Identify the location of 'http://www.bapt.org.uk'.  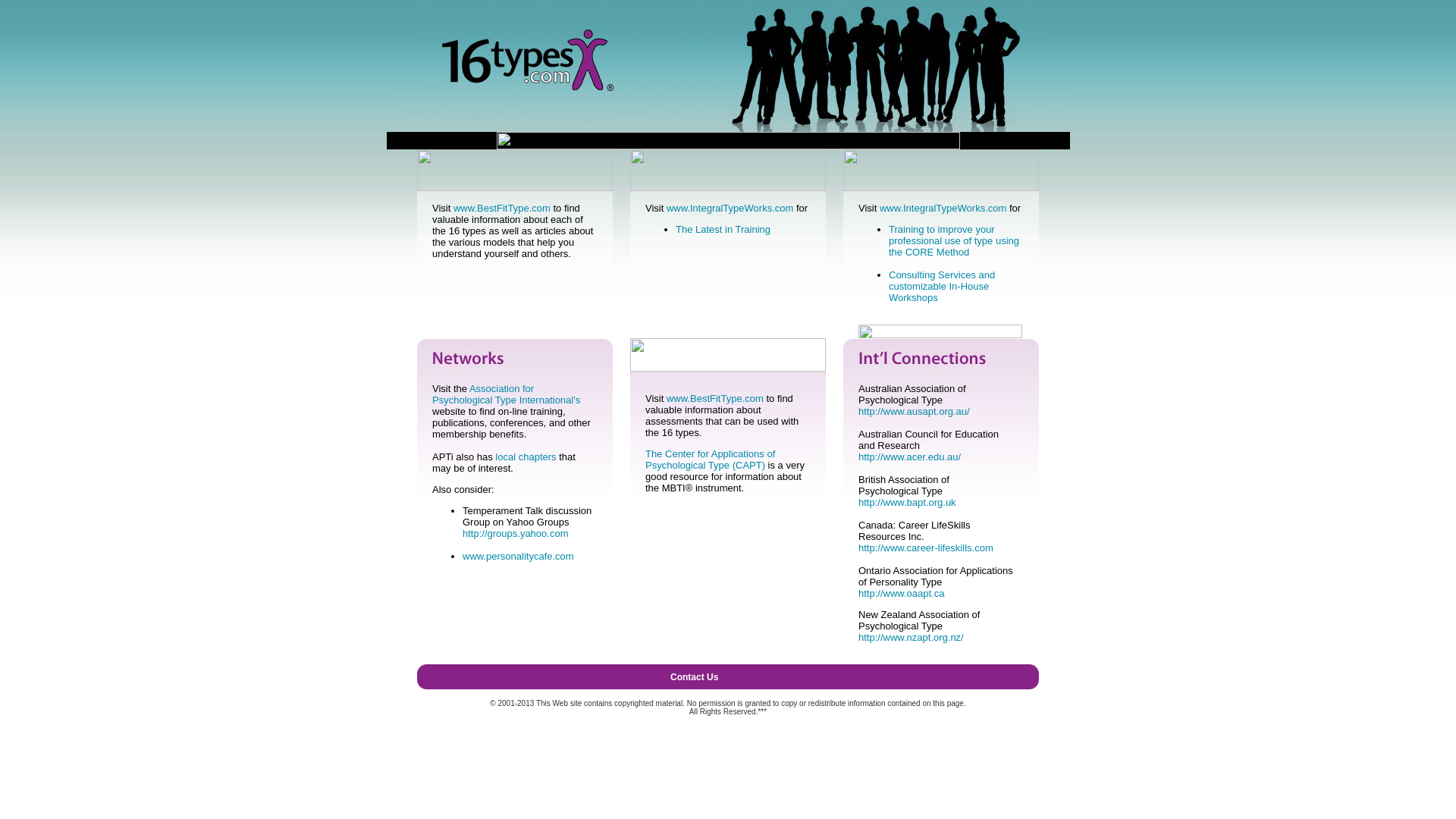
(907, 502).